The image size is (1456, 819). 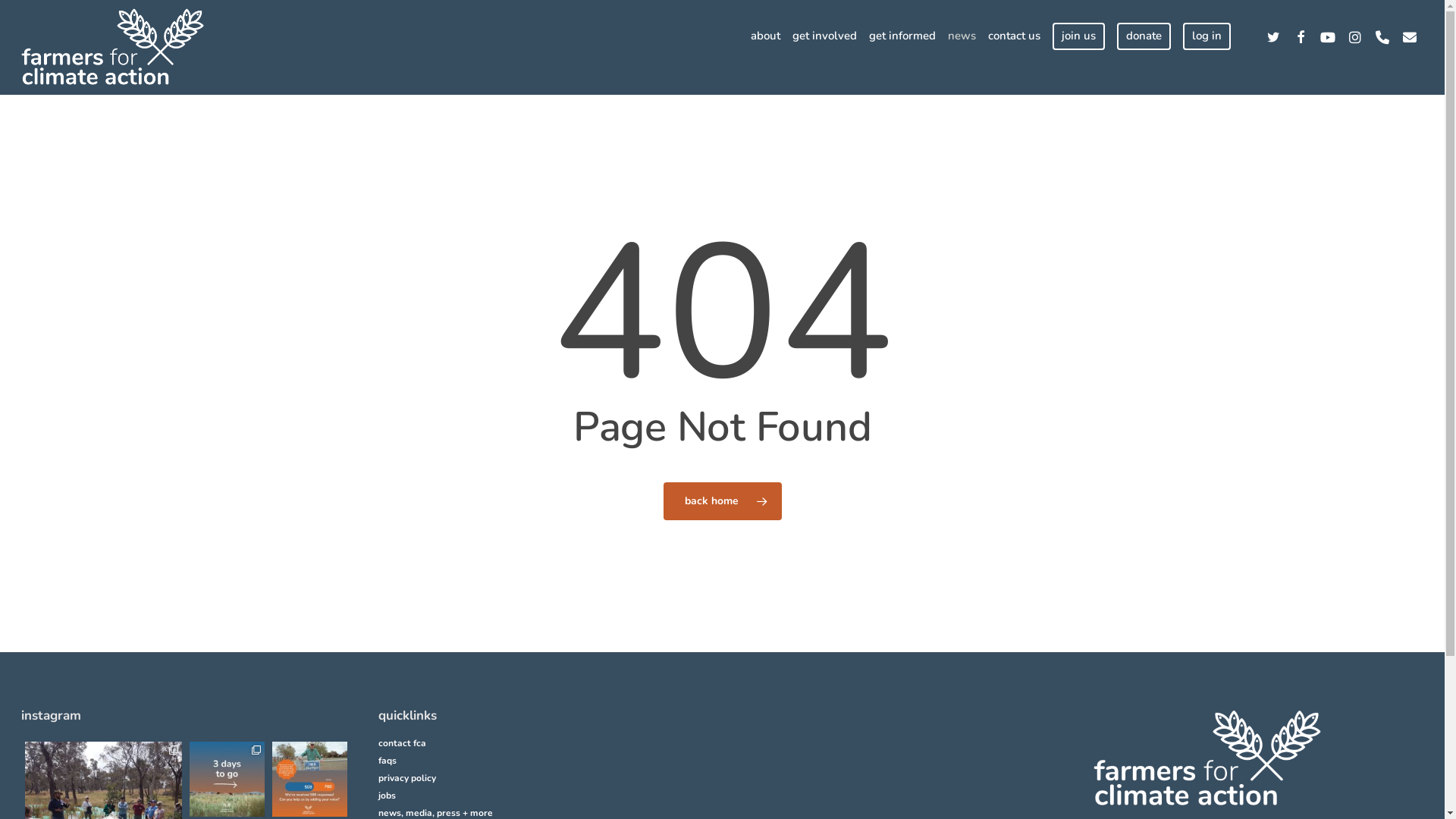 What do you see at coordinates (543, 795) in the screenshot?
I see `'jobs'` at bounding box center [543, 795].